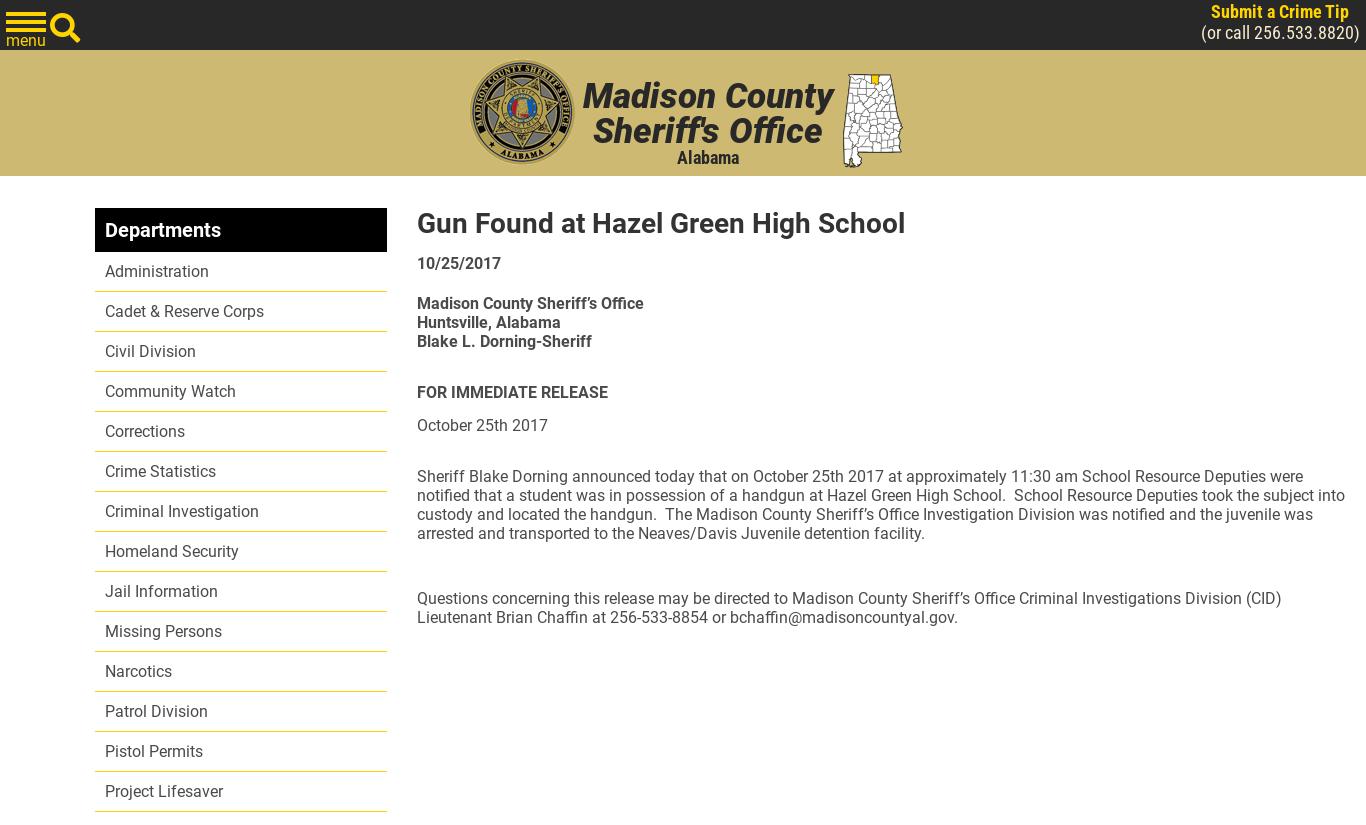  What do you see at coordinates (155, 710) in the screenshot?
I see `'Patrol Division'` at bounding box center [155, 710].